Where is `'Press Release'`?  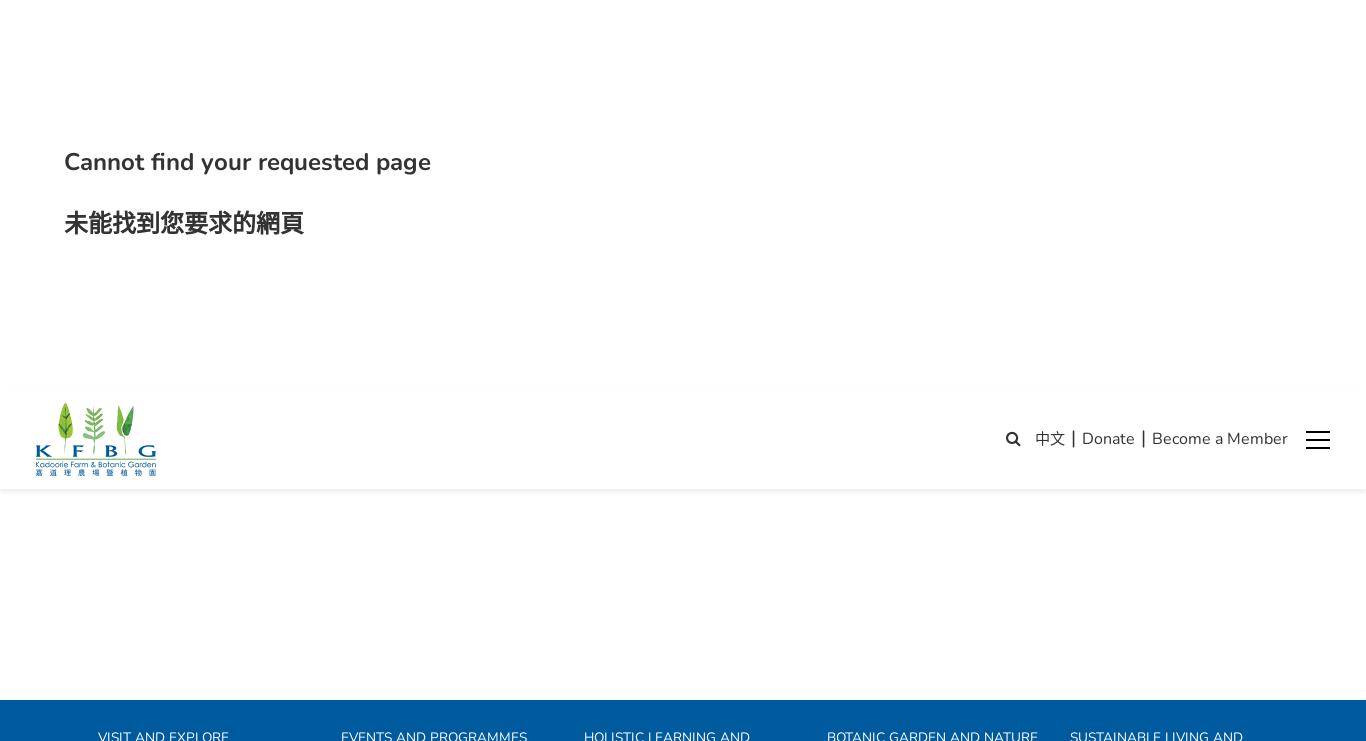
'Press Release' is located at coordinates (1109, 724).